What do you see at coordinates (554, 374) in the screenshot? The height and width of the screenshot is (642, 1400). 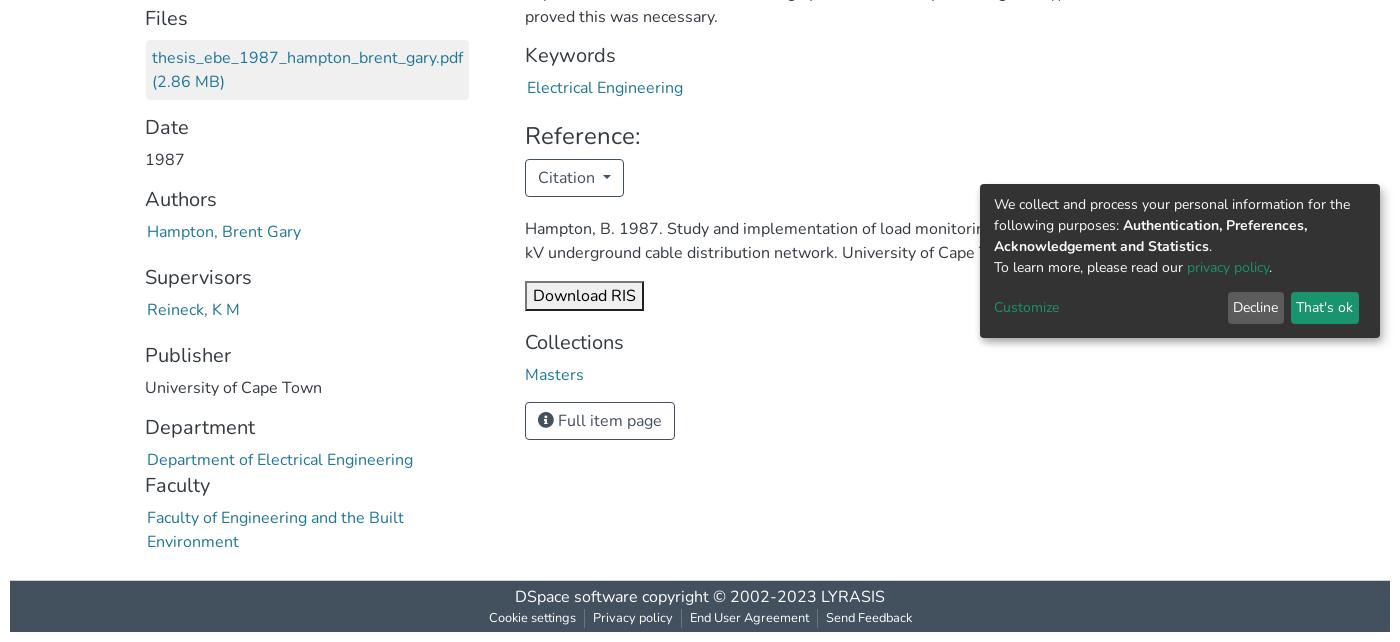 I see `'Masters'` at bounding box center [554, 374].